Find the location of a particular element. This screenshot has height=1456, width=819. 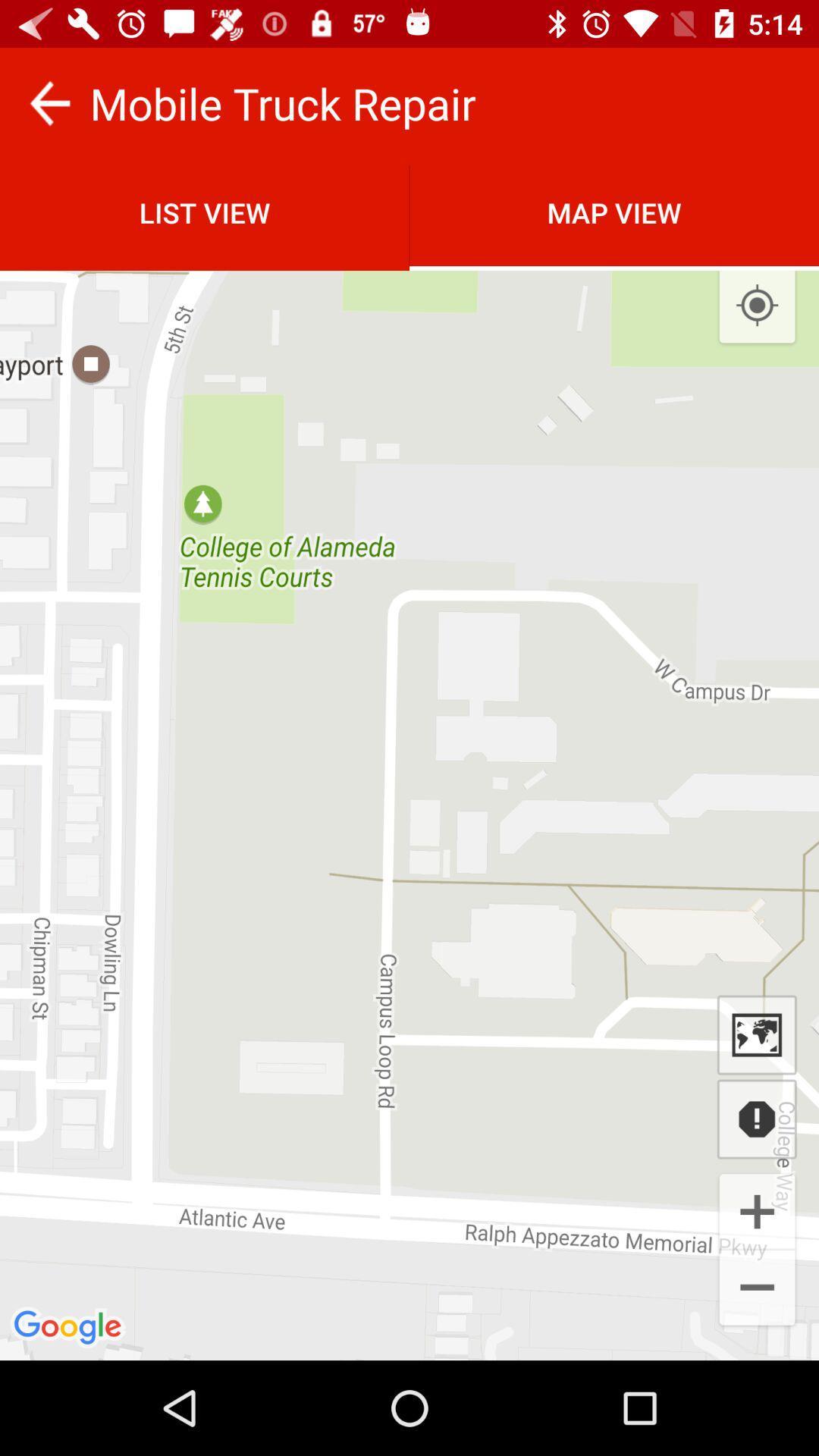

list view is located at coordinates (205, 212).